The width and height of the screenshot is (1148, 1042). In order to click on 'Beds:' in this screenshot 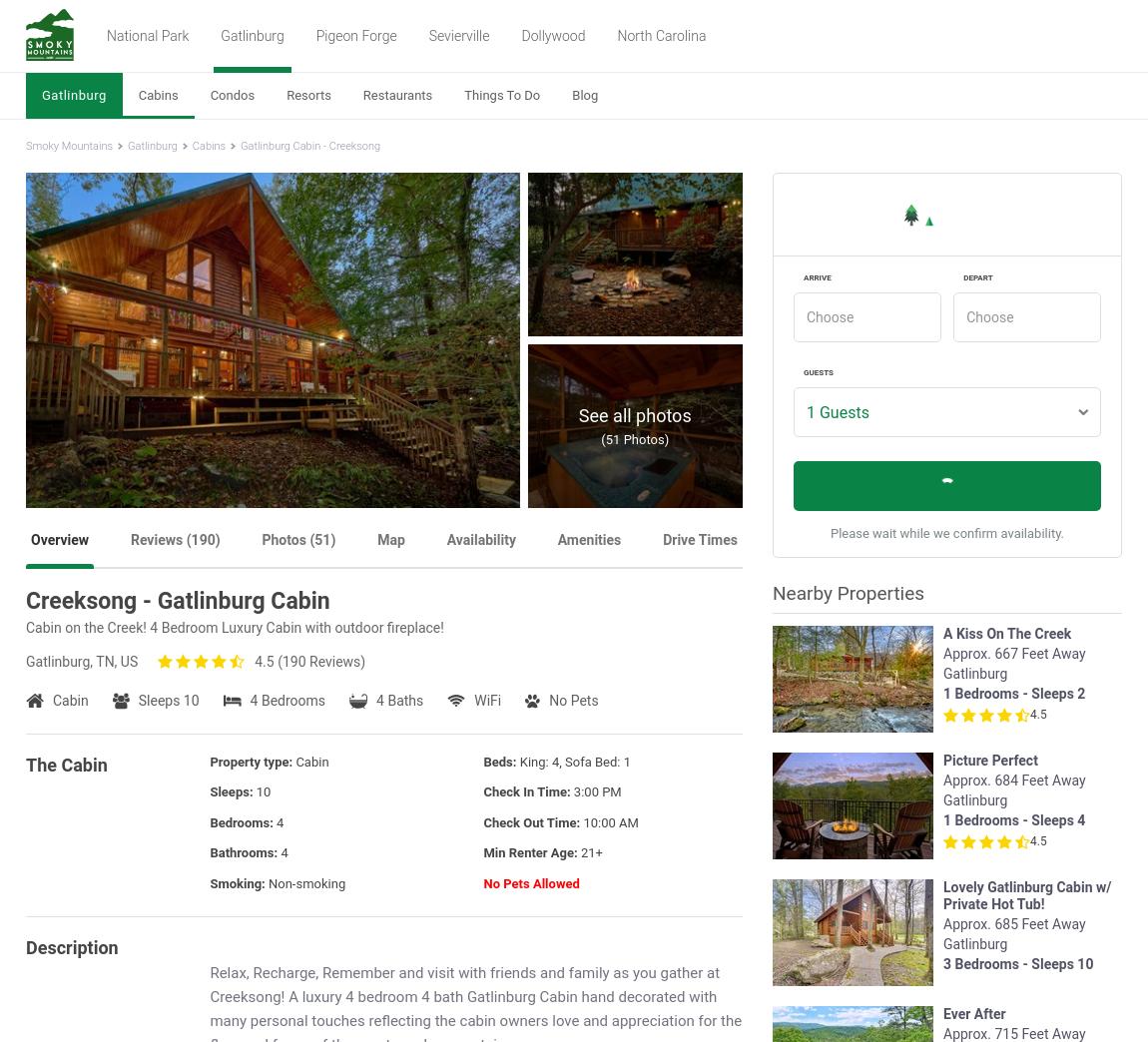, I will do `click(500, 761)`.